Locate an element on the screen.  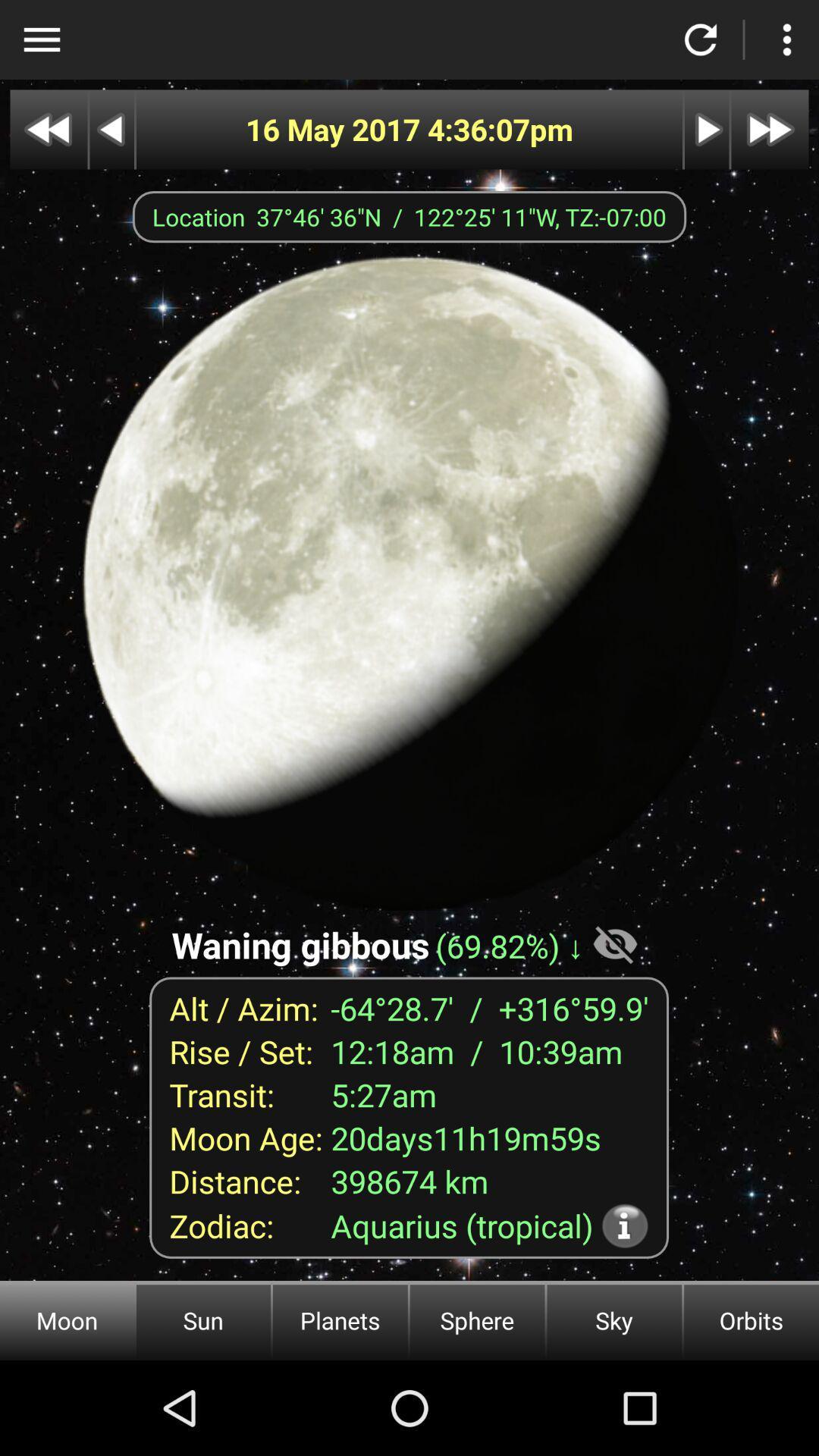
next image is located at coordinates (707, 130).